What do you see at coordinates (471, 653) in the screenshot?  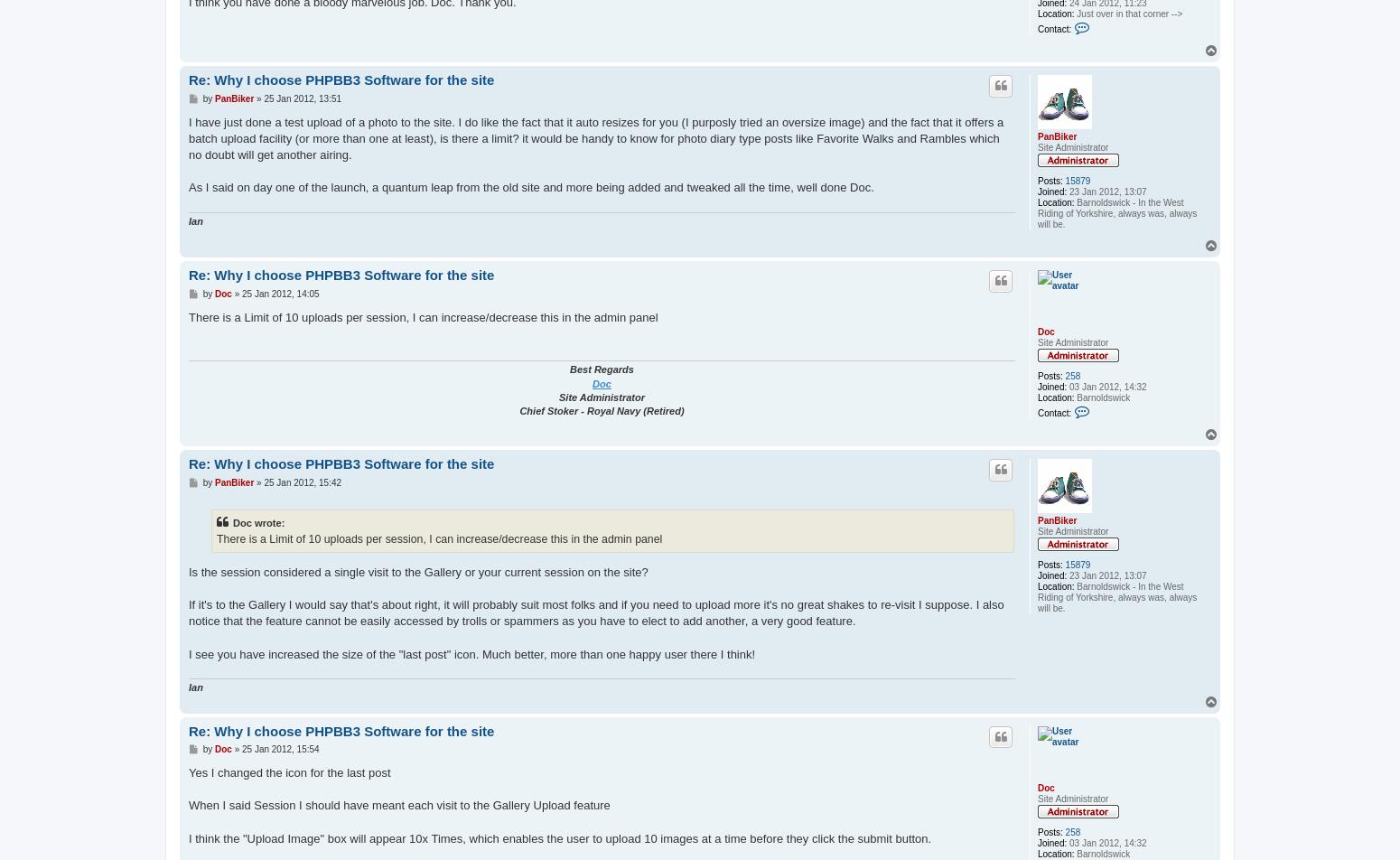 I see `'I see you have increased the size of the "last post" icon. Much better, more than one happy user there I think!'` at bounding box center [471, 653].